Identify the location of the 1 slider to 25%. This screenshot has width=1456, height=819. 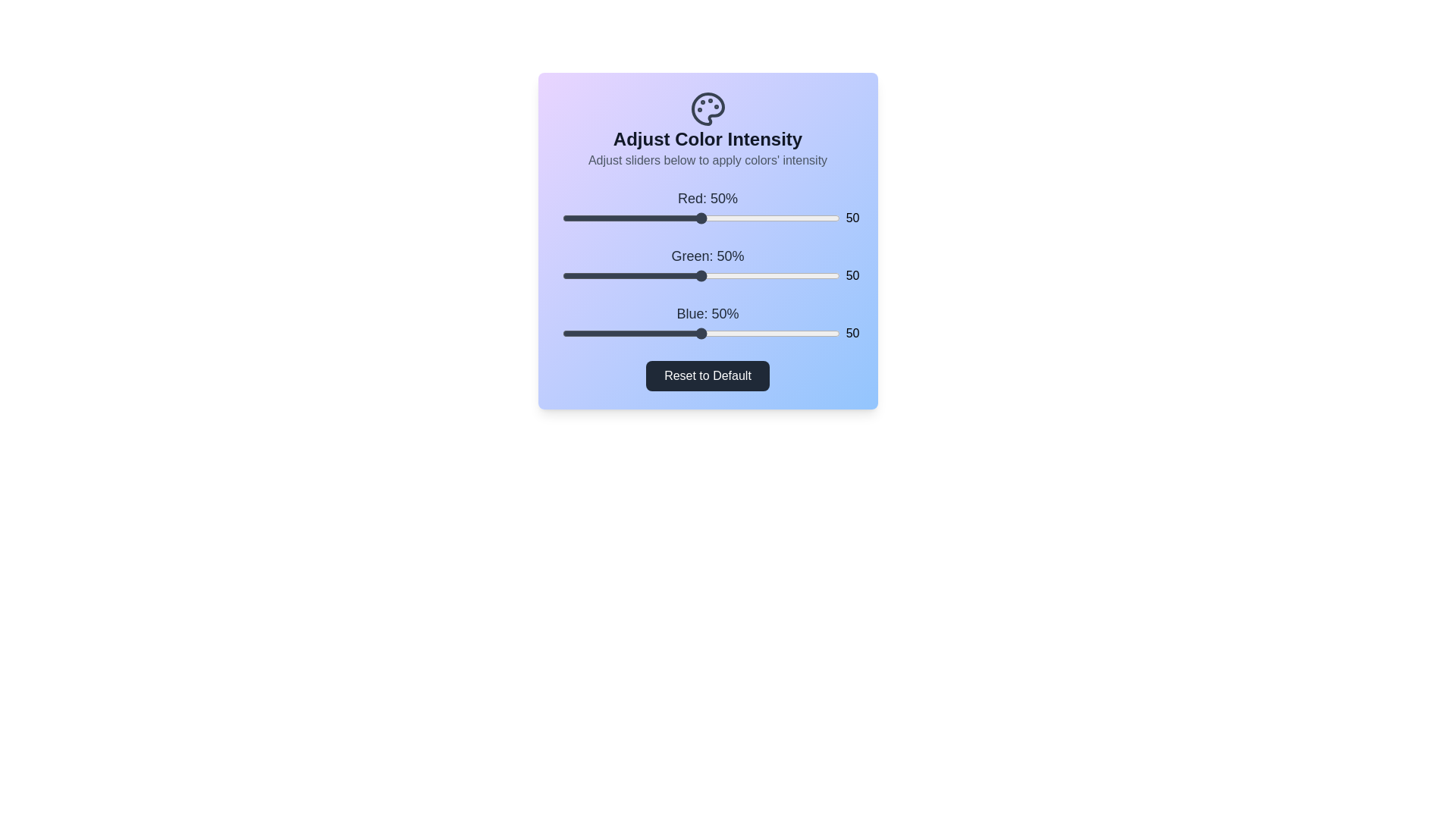
(632, 275).